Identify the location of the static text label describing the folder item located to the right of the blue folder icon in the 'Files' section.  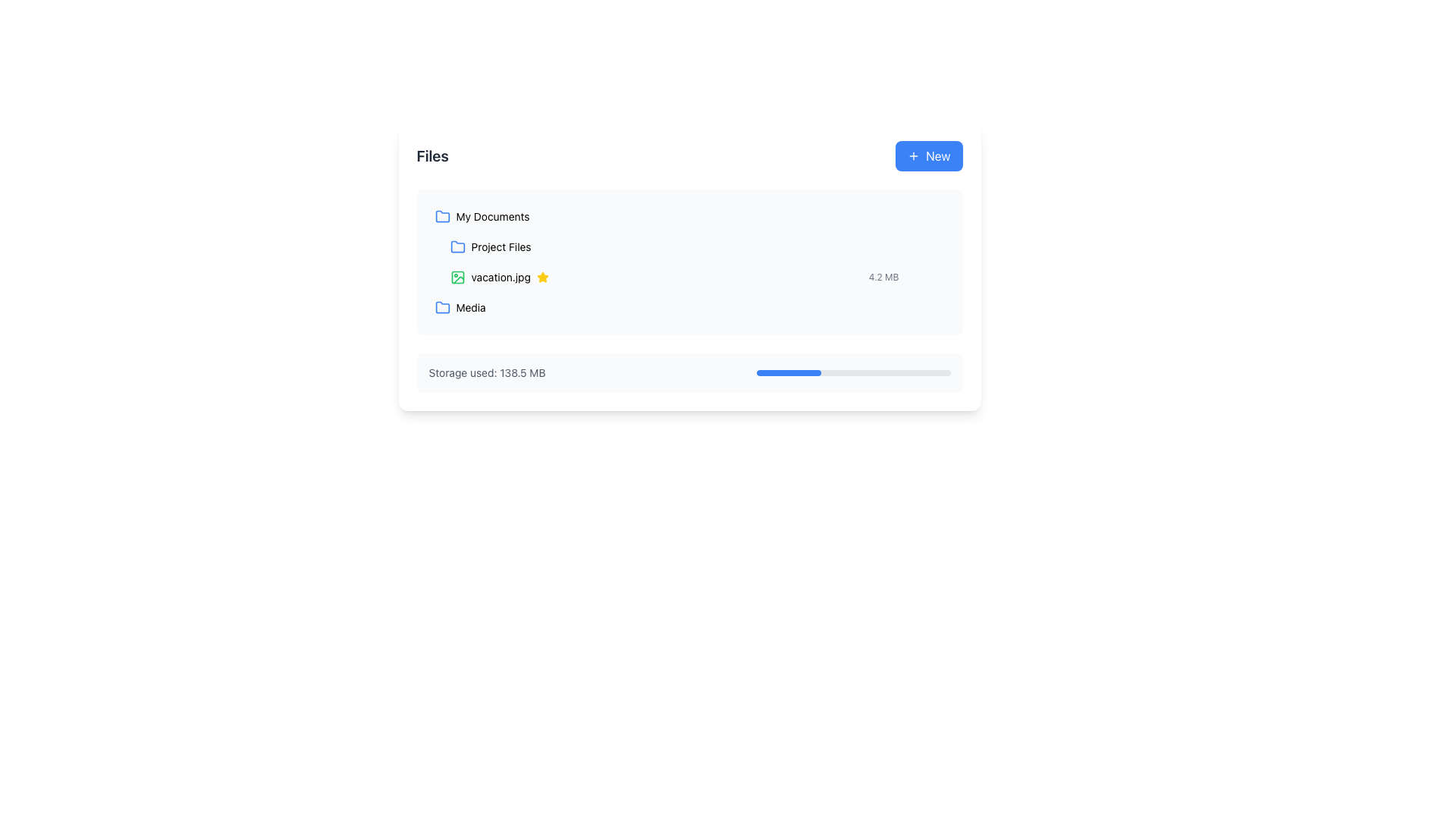
(493, 216).